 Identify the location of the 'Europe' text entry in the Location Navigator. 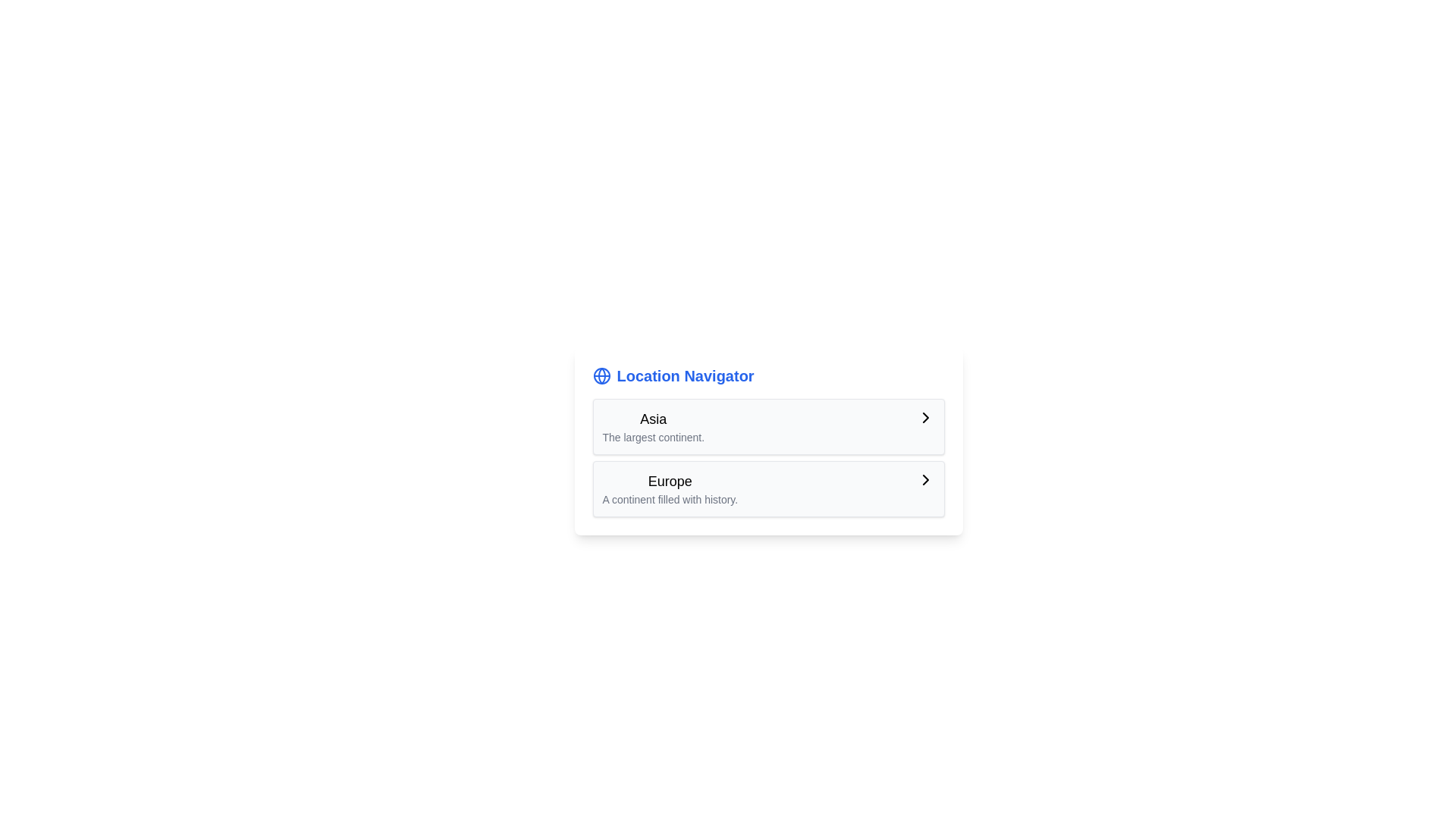
(669, 488).